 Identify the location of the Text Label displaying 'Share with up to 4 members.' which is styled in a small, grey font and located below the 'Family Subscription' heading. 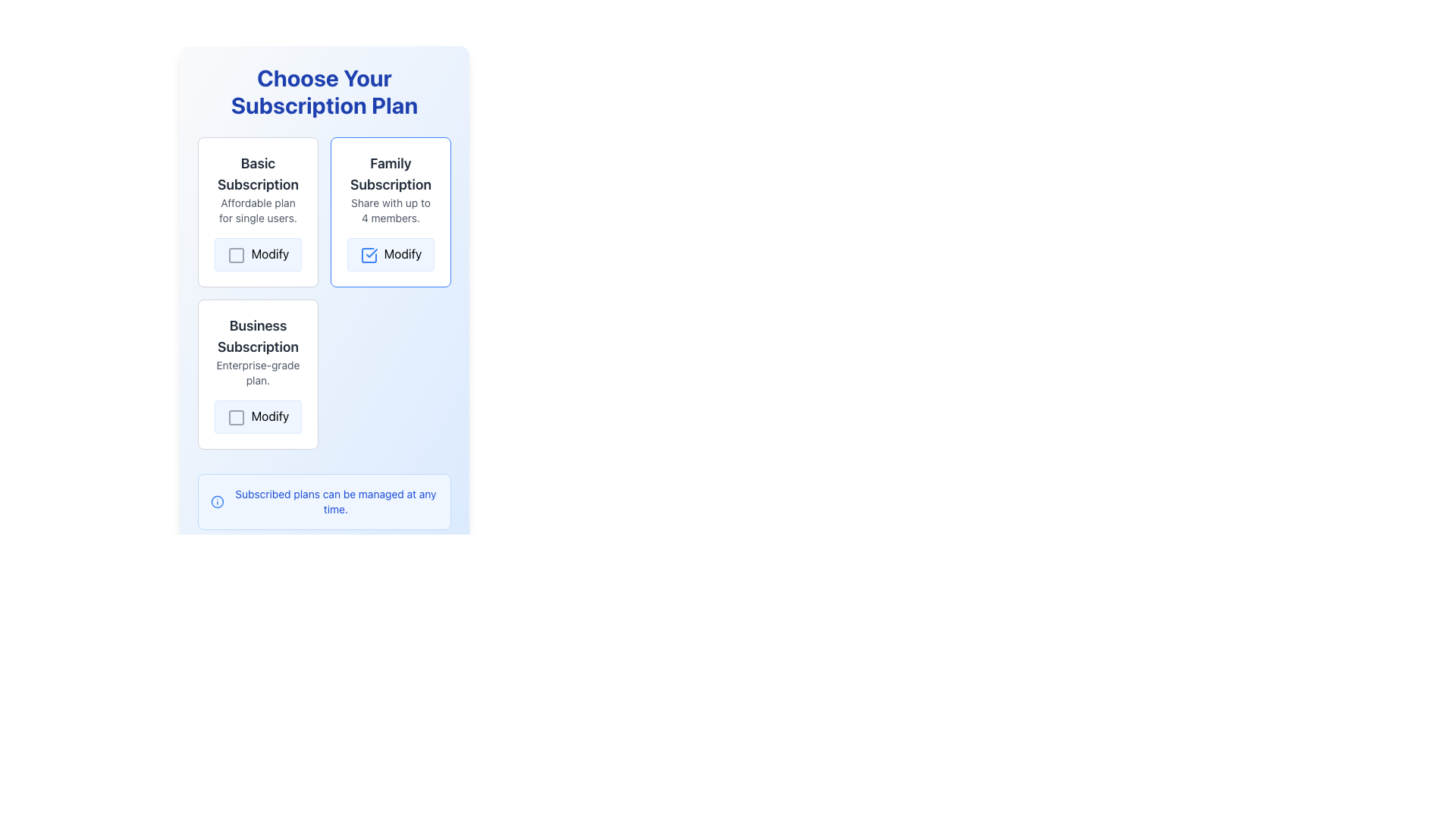
(391, 210).